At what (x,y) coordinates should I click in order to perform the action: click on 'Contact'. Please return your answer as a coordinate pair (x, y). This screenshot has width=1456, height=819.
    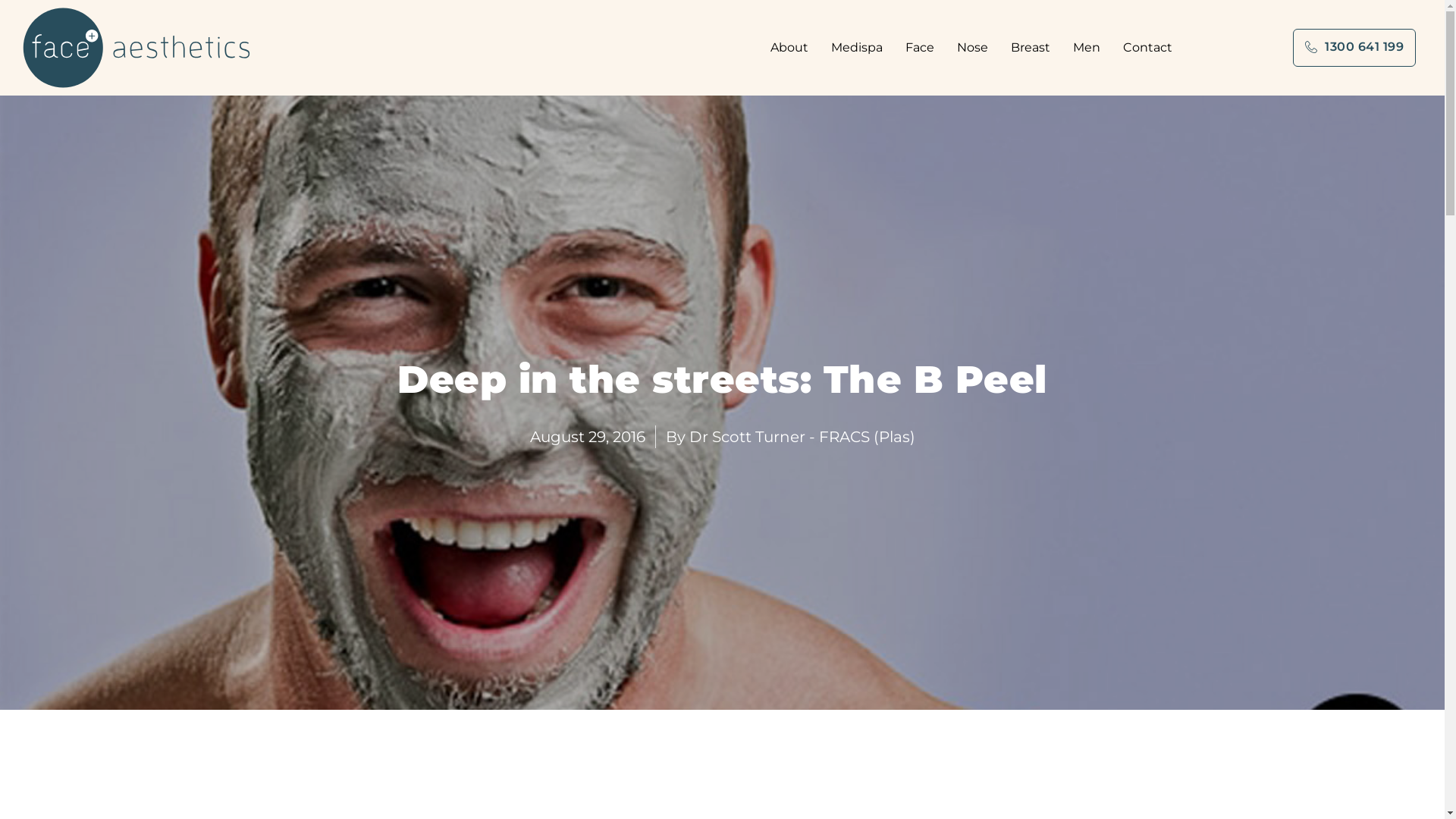
    Looking at the image, I should click on (1147, 46).